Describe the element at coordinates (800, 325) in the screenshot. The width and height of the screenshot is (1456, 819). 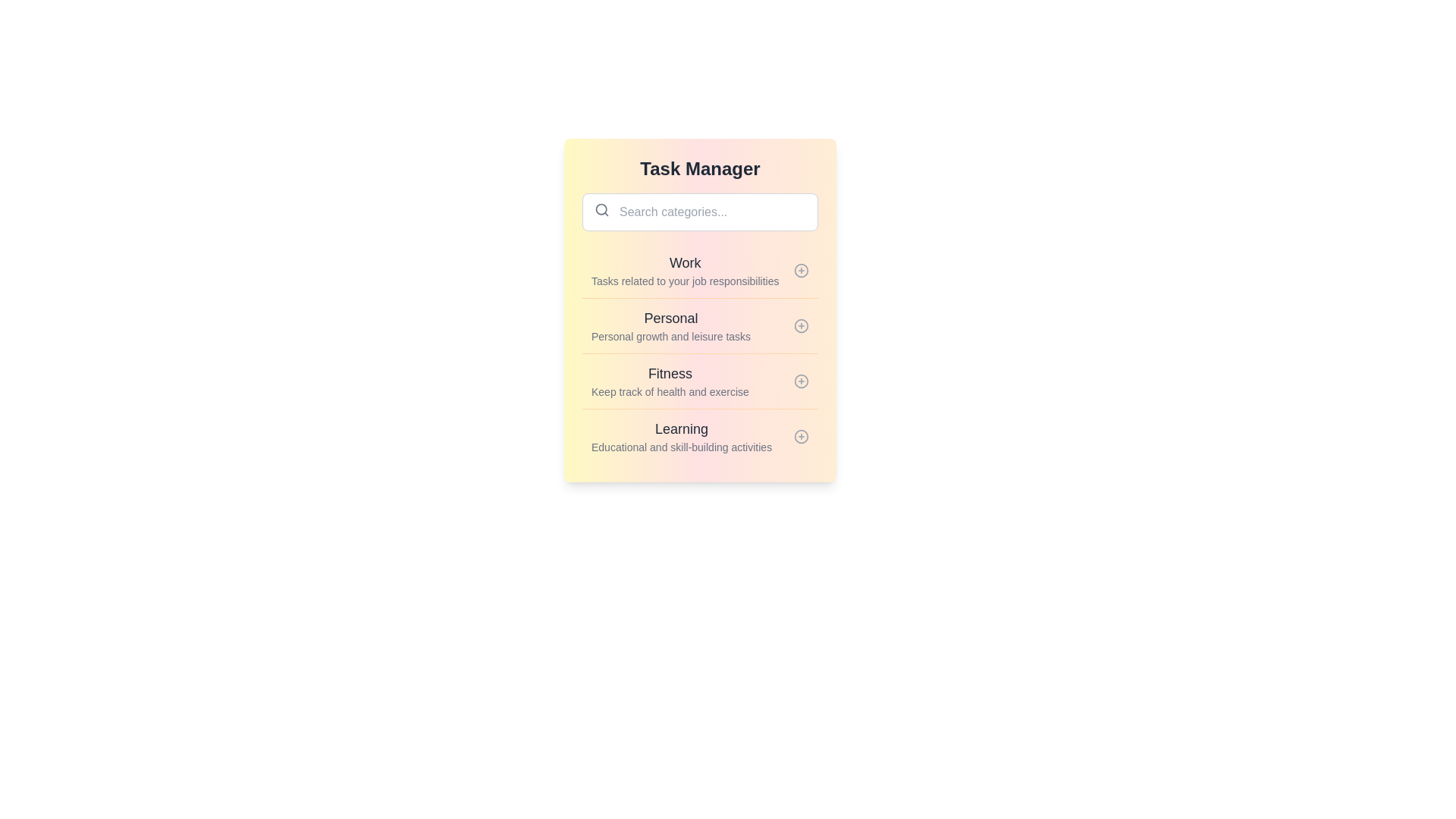
I see `the button located at the far right of the 'Personal' row, aligned with 'Personal growth and leisure tasks'` at that location.